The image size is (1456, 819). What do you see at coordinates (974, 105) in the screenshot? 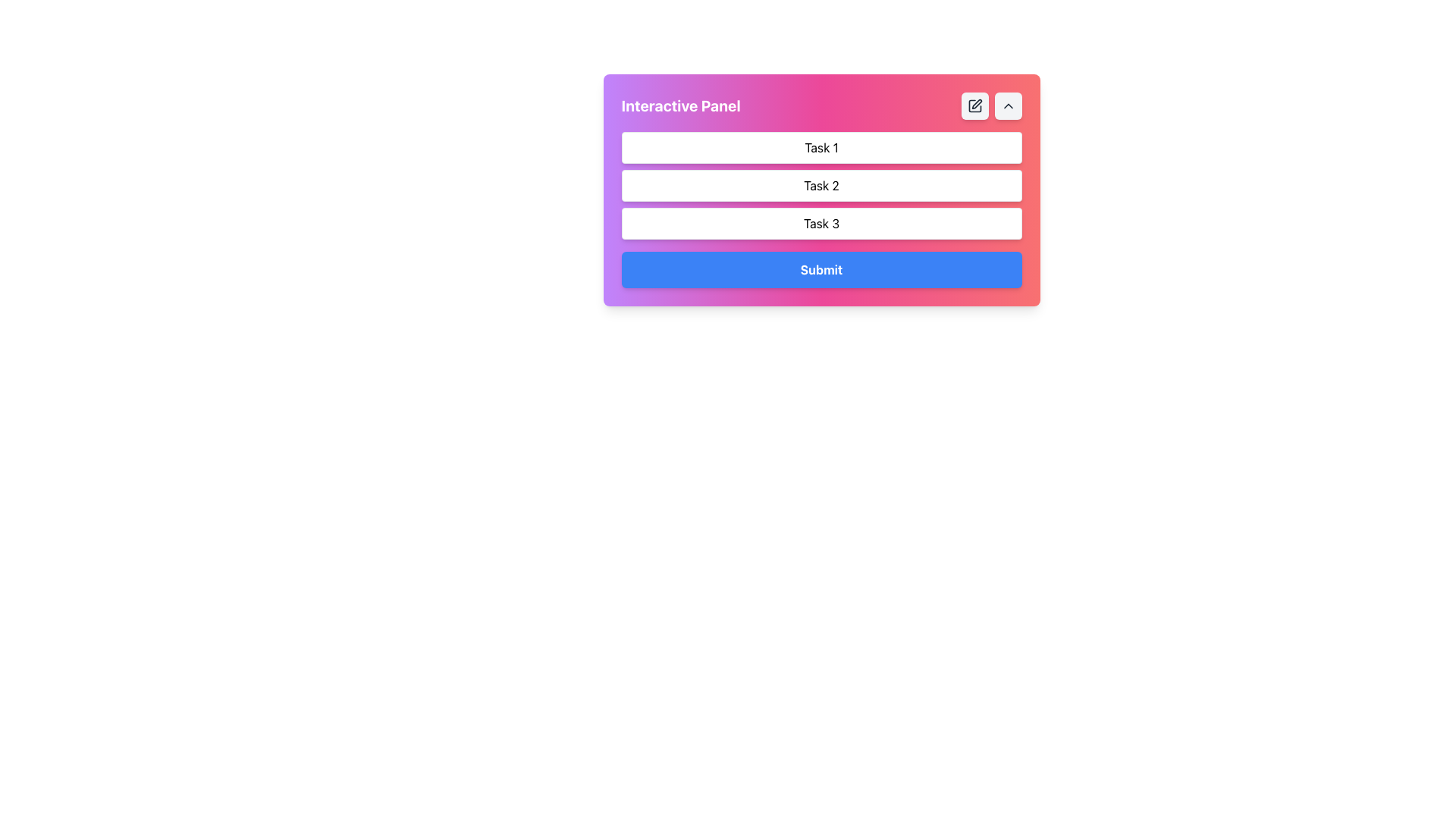
I see `the square button with a light gray background and a black pen icon located at the top-right corner of the panel` at bounding box center [974, 105].